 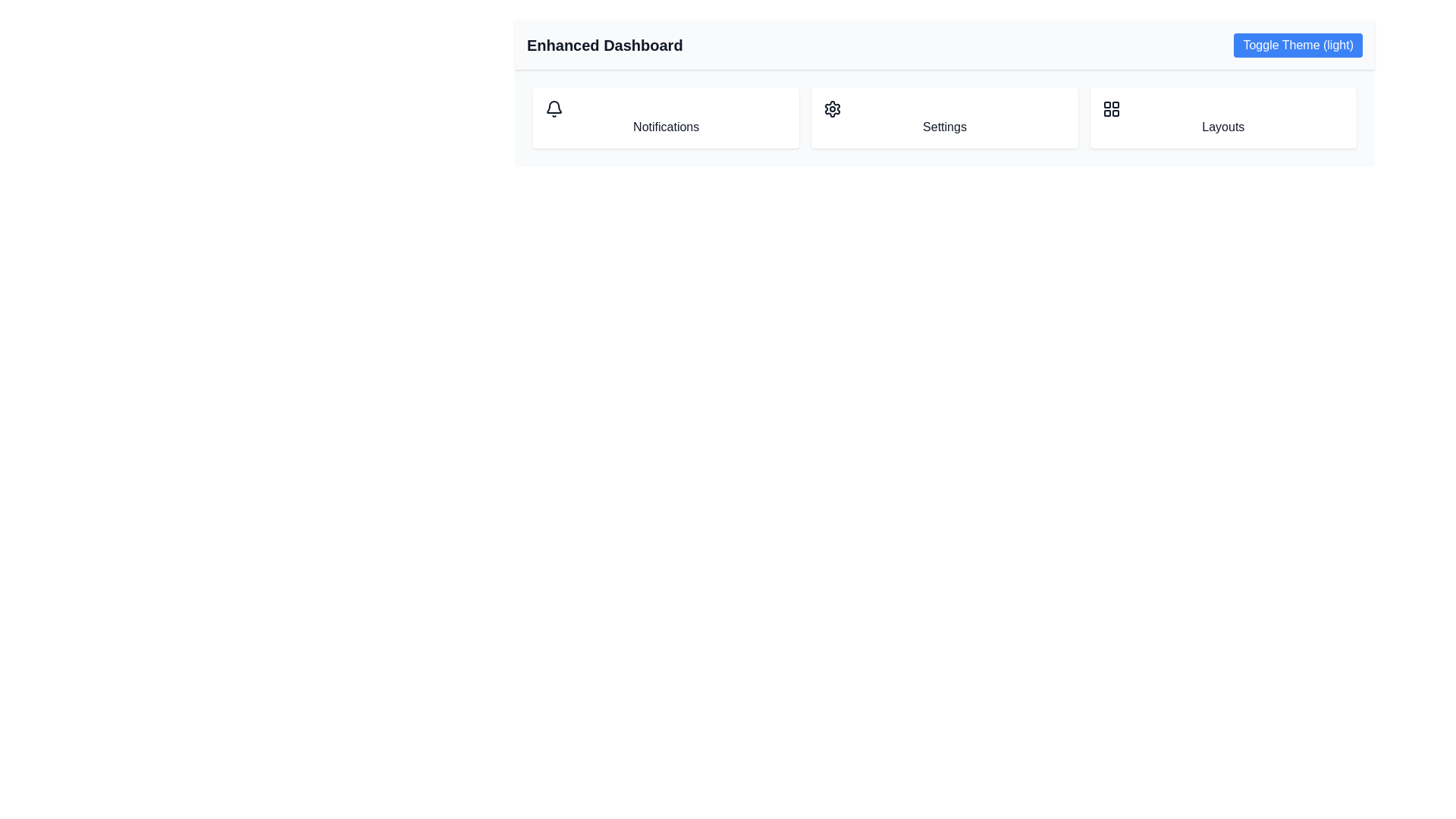 What do you see at coordinates (666, 117) in the screenshot?
I see `the 'Notifications' card` at bounding box center [666, 117].